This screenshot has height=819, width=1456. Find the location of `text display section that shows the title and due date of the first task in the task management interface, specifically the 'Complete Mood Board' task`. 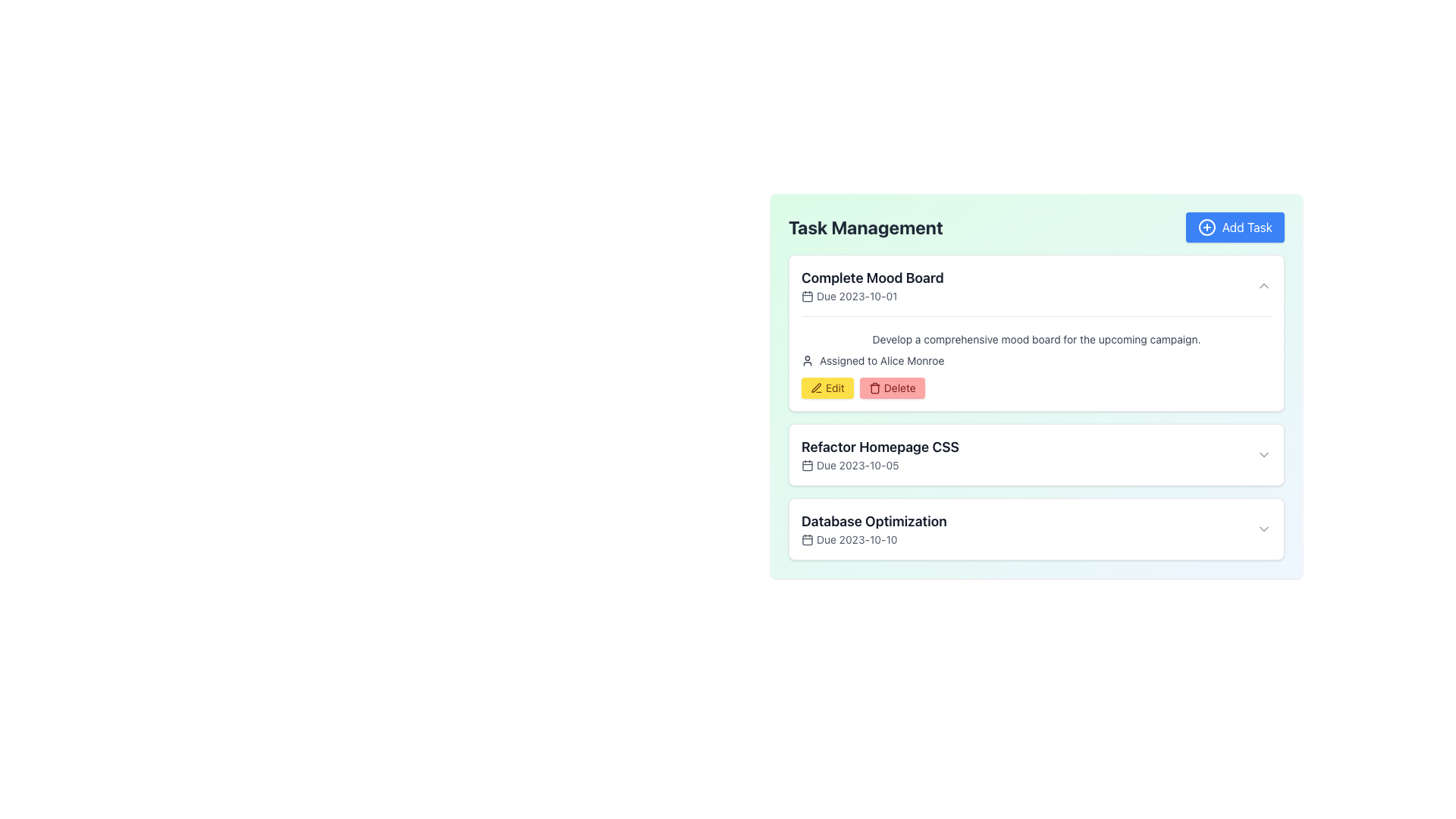

text display section that shows the title and due date of the first task in the task management interface, specifically the 'Complete Mood Board' task is located at coordinates (872, 286).